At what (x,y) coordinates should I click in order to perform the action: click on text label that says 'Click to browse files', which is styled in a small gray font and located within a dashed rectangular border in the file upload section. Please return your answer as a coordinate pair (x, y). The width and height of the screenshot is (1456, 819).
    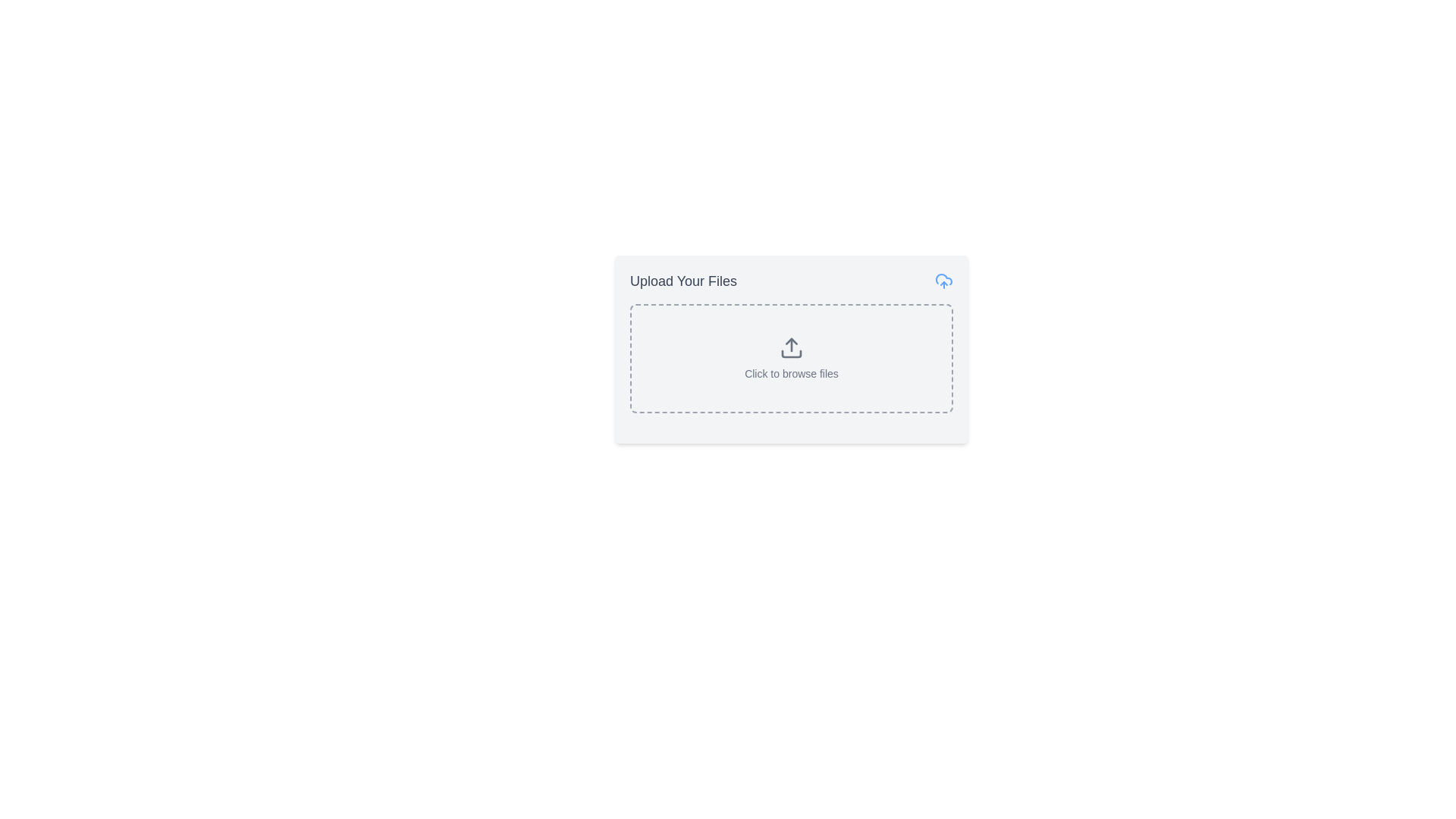
    Looking at the image, I should click on (790, 374).